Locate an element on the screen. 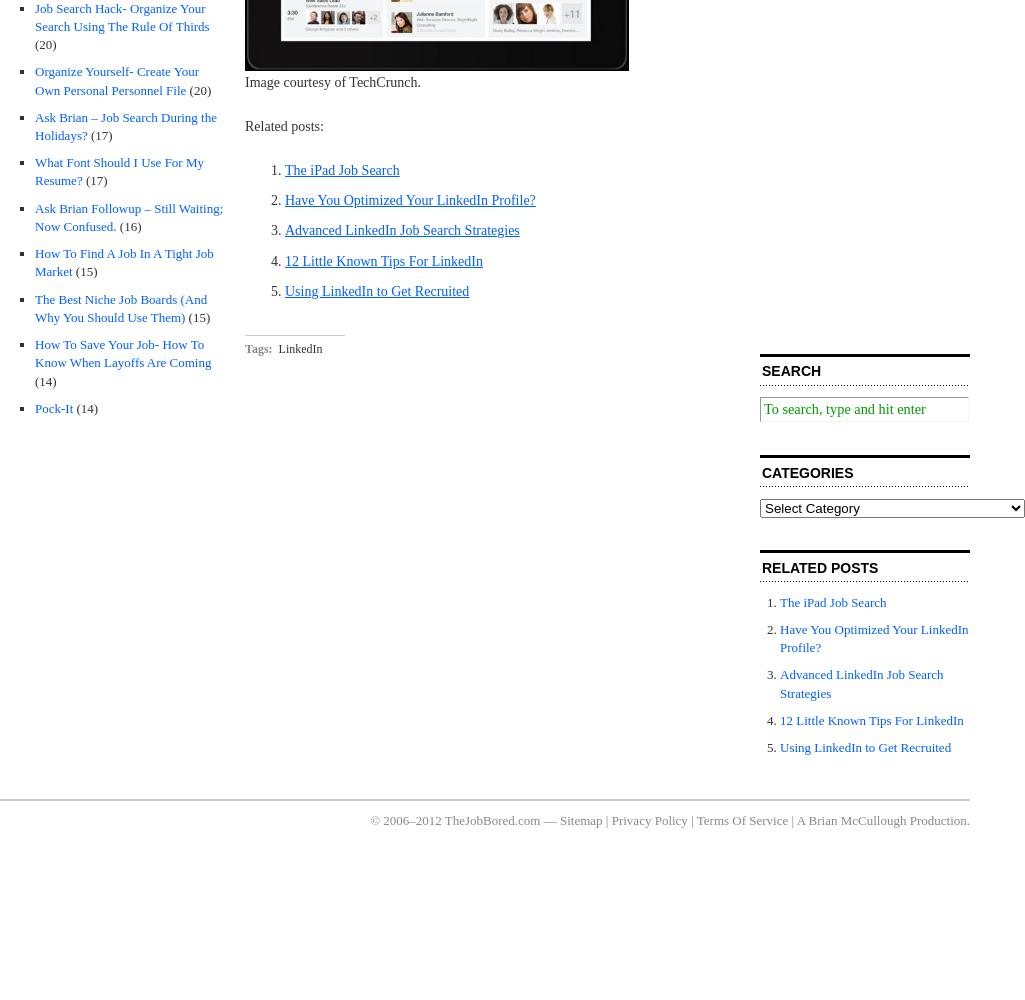 This screenshot has height=1000, width=1025. 'Privacy Policy' is located at coordinates (648, 818).